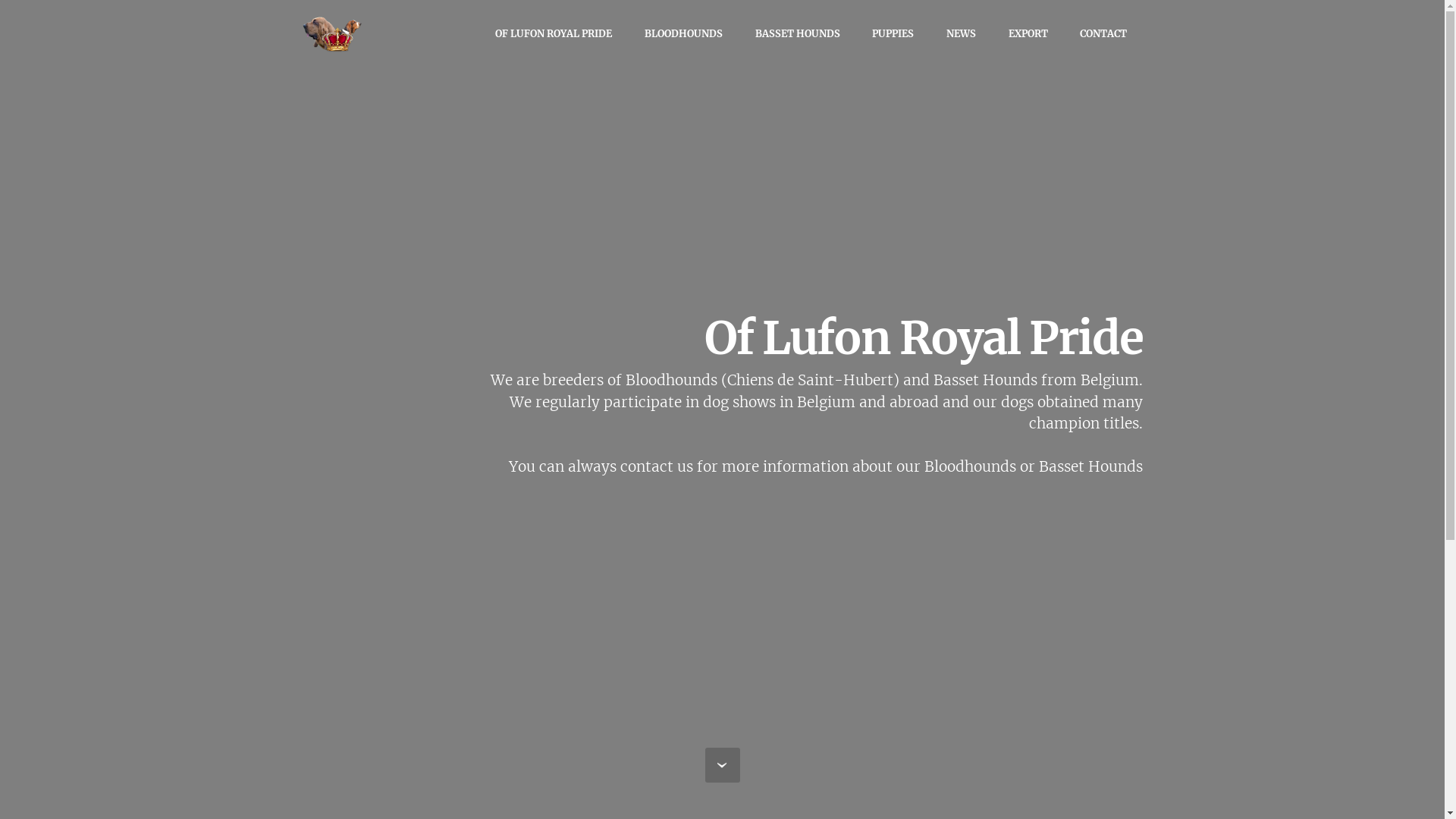 Image resolution: width=1456 pixels, height=819 pixels. Describe the element at coordinates (893, 33) in the screenshot. I see `'PUPPIES'` at that location.